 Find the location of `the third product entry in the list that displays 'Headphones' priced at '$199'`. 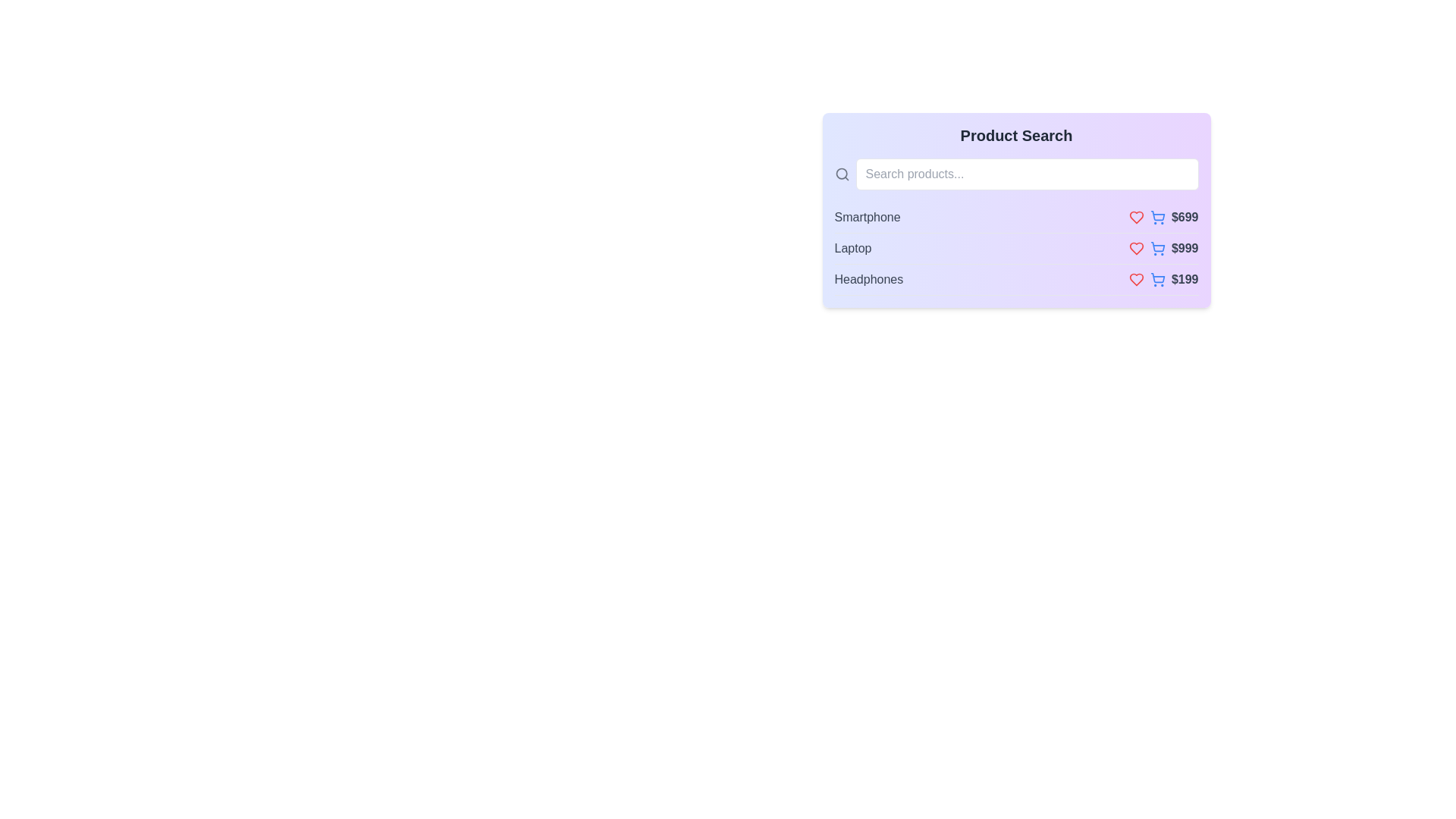

the third product entry in the list that displays 'Headphones' priced at '$199' is located at coordinates (1016, 280).